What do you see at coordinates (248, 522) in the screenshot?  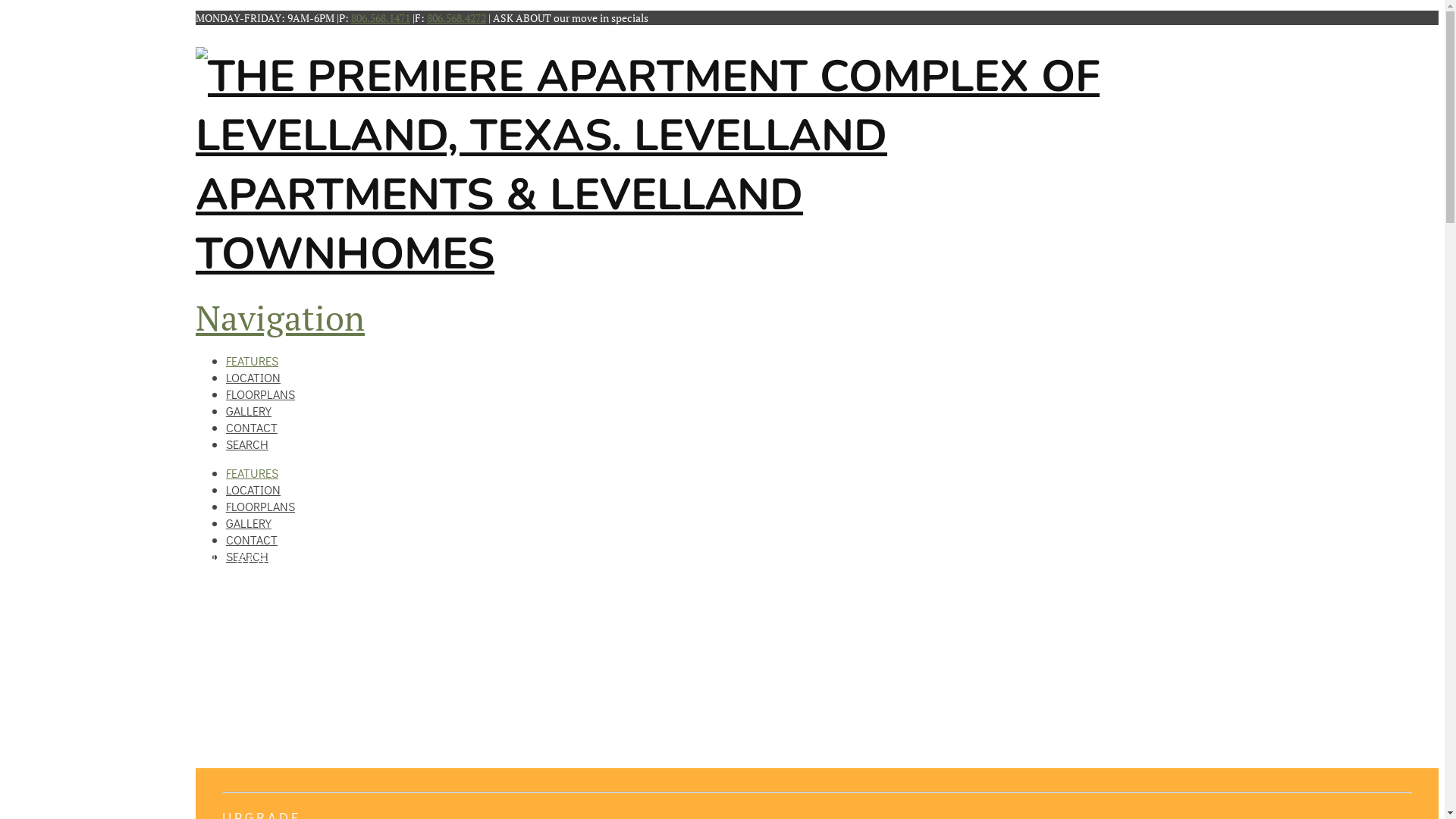 I see `'GALLERY'` at bounding box center [248, 522].